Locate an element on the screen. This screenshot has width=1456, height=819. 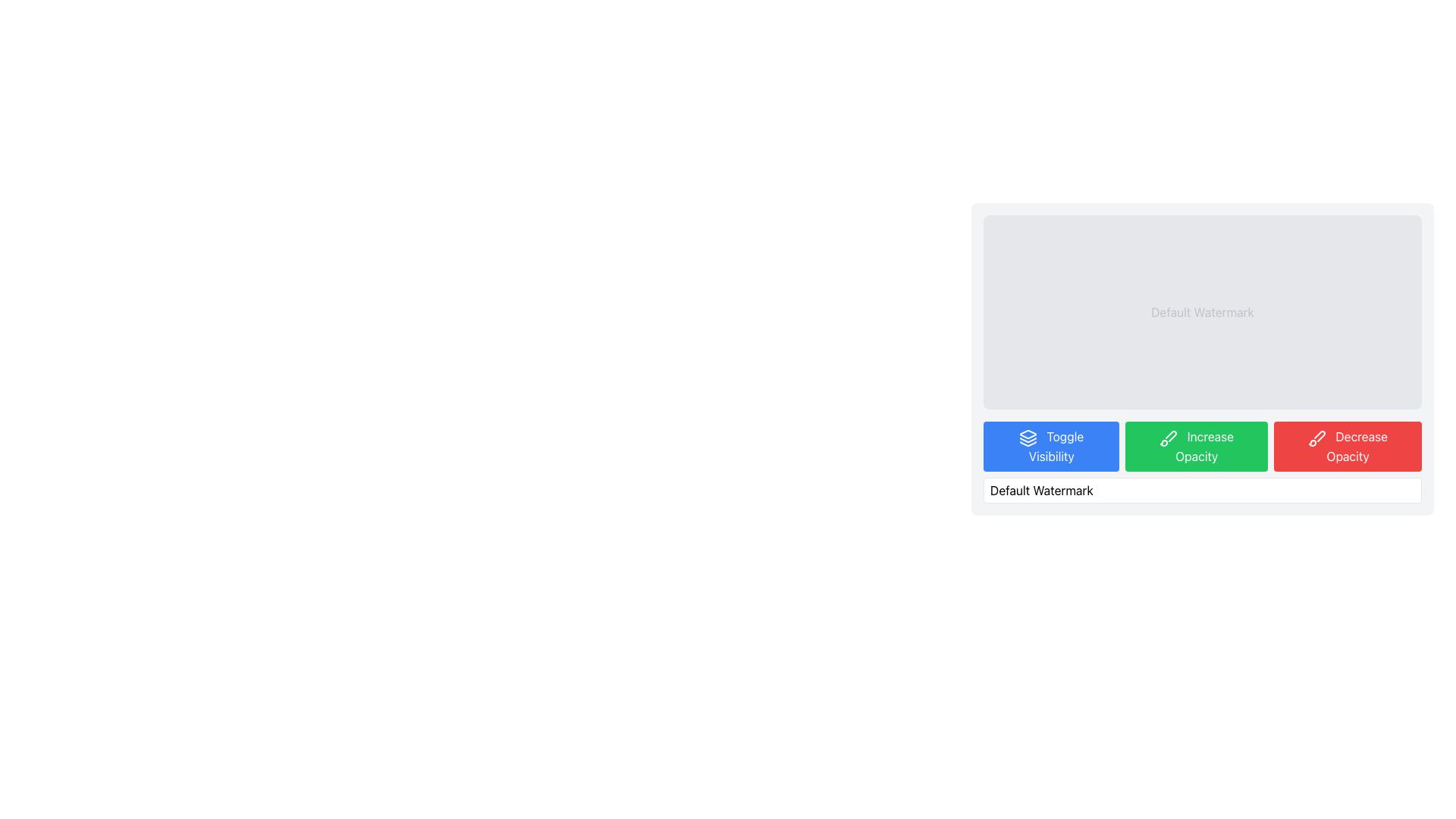
the brush icon located inside the red button labeled 'Decrease Opacity' is located at coordinates (1316, 438).